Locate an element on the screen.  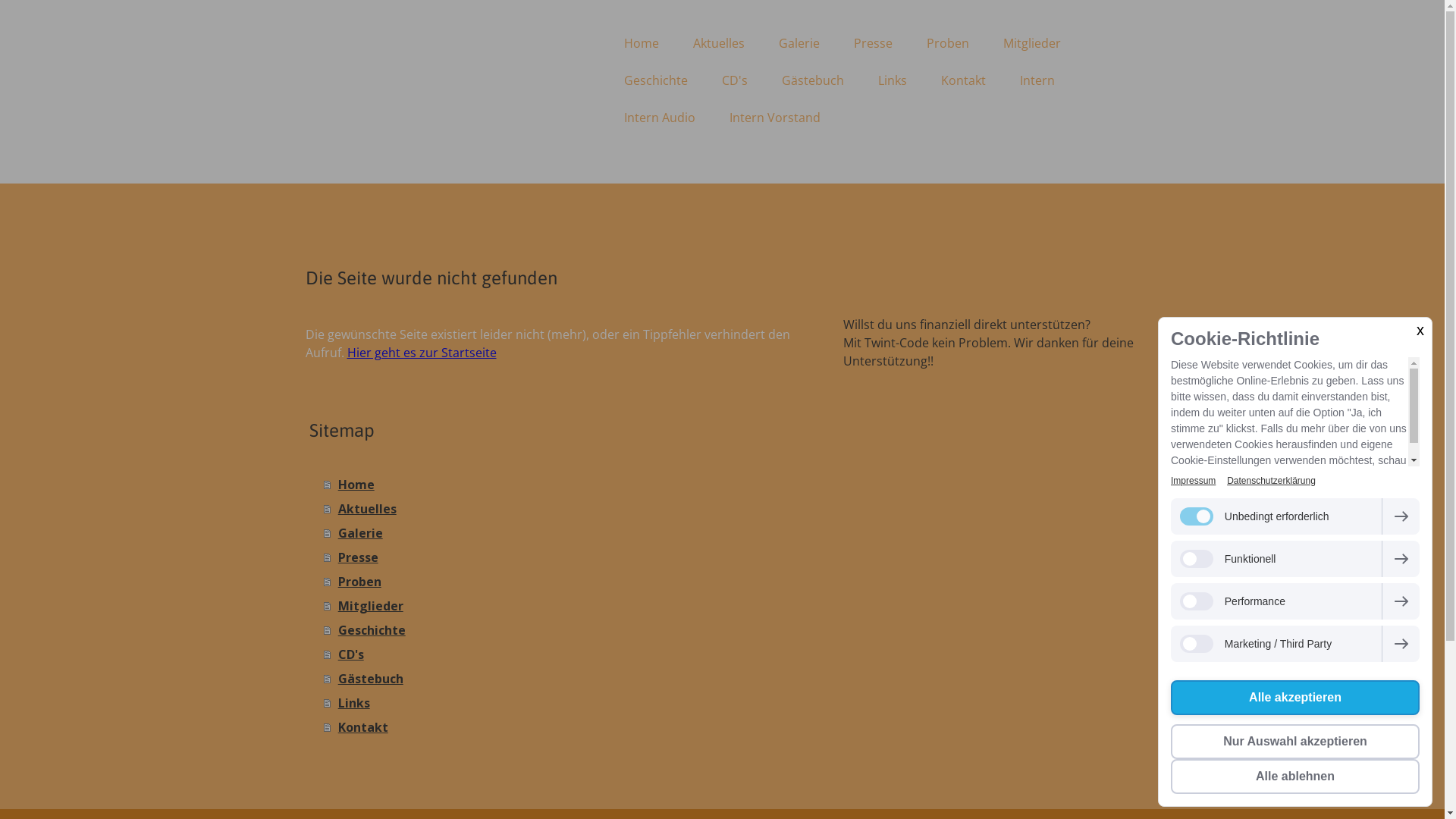
'Home' is located at coordinates (322, 485).